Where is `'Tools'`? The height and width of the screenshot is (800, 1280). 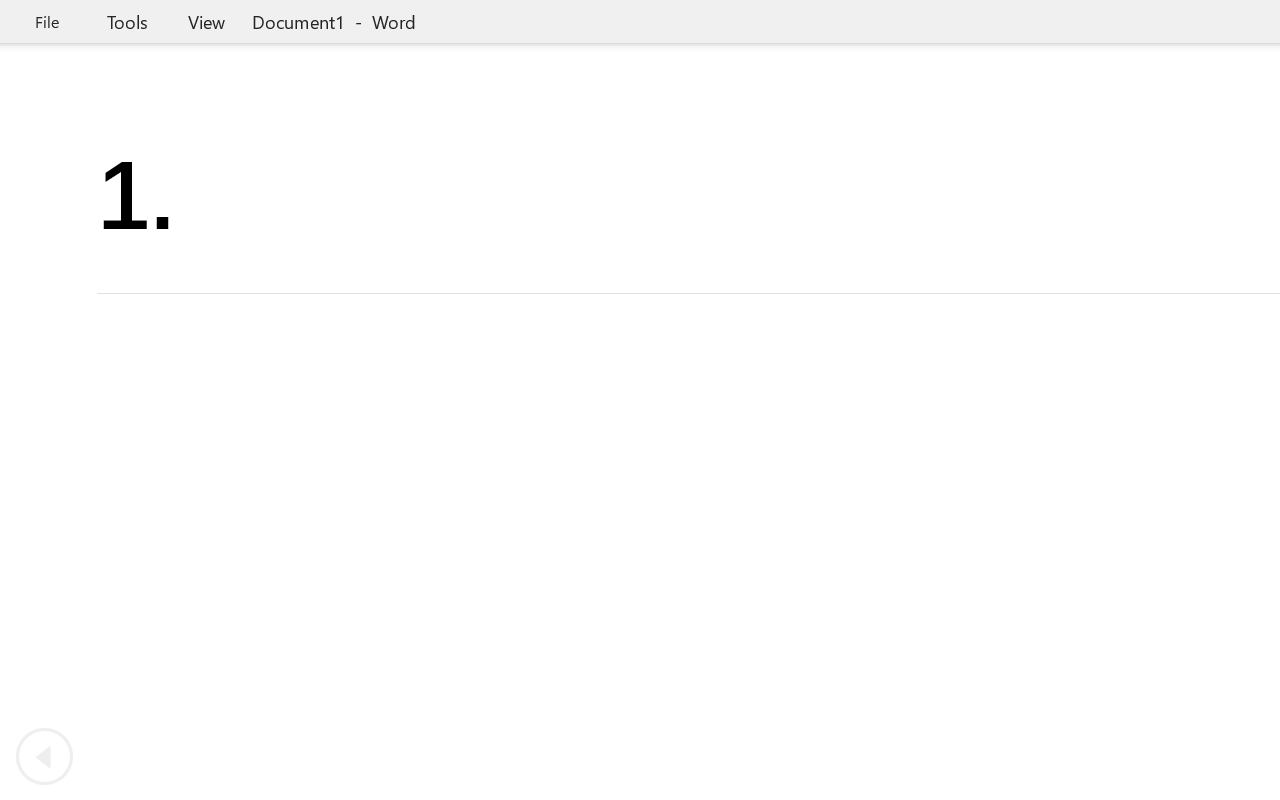
'Tools' is located at coordinates (126, 21).